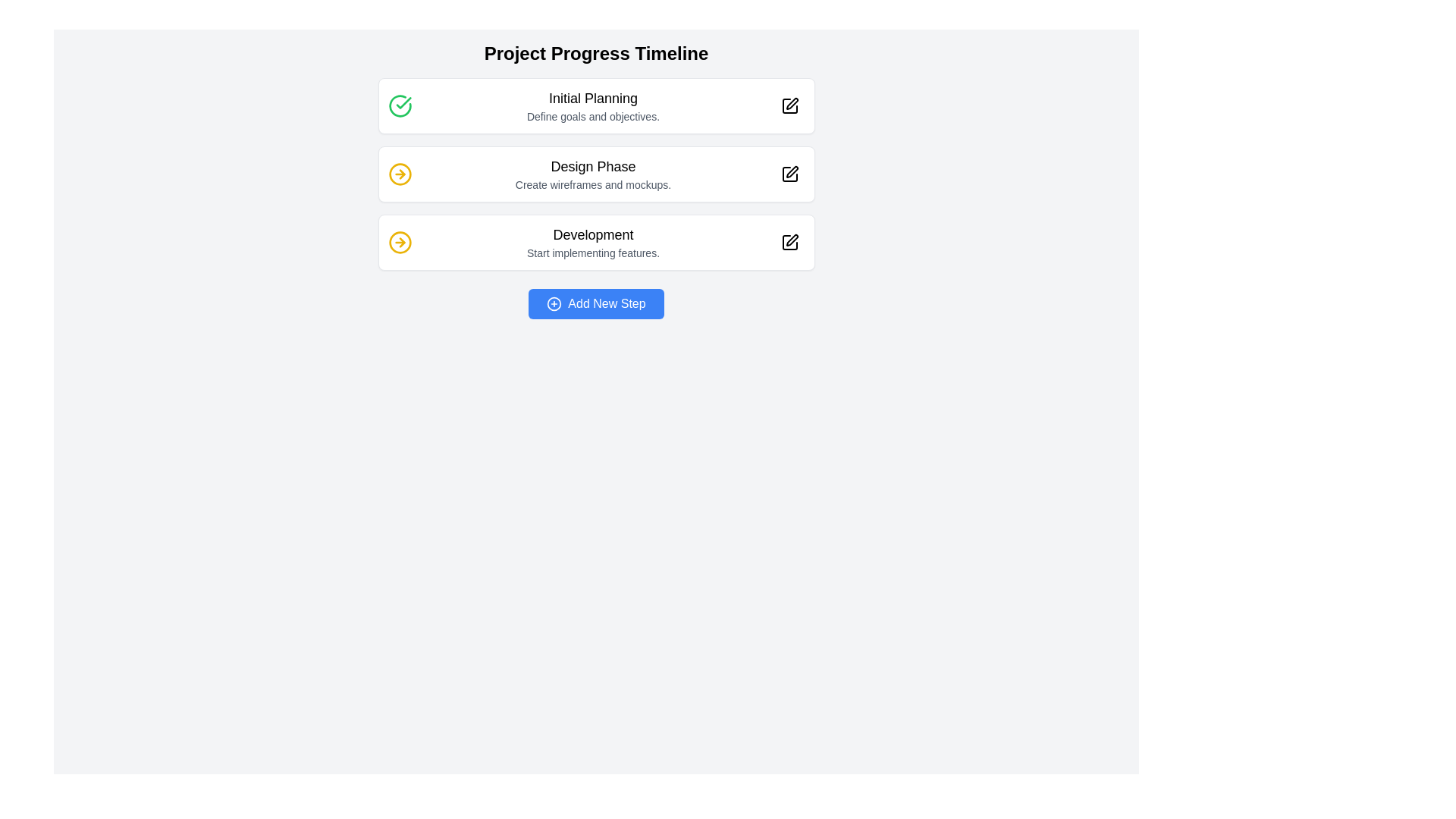 The height and width of the screenshot is (819, 1456). Describe the element at coordinates (791, 103) in the screenshot. I see `the pen icon located in the top-right section of the 'Initial Planning' card to initiate editing` at that location.